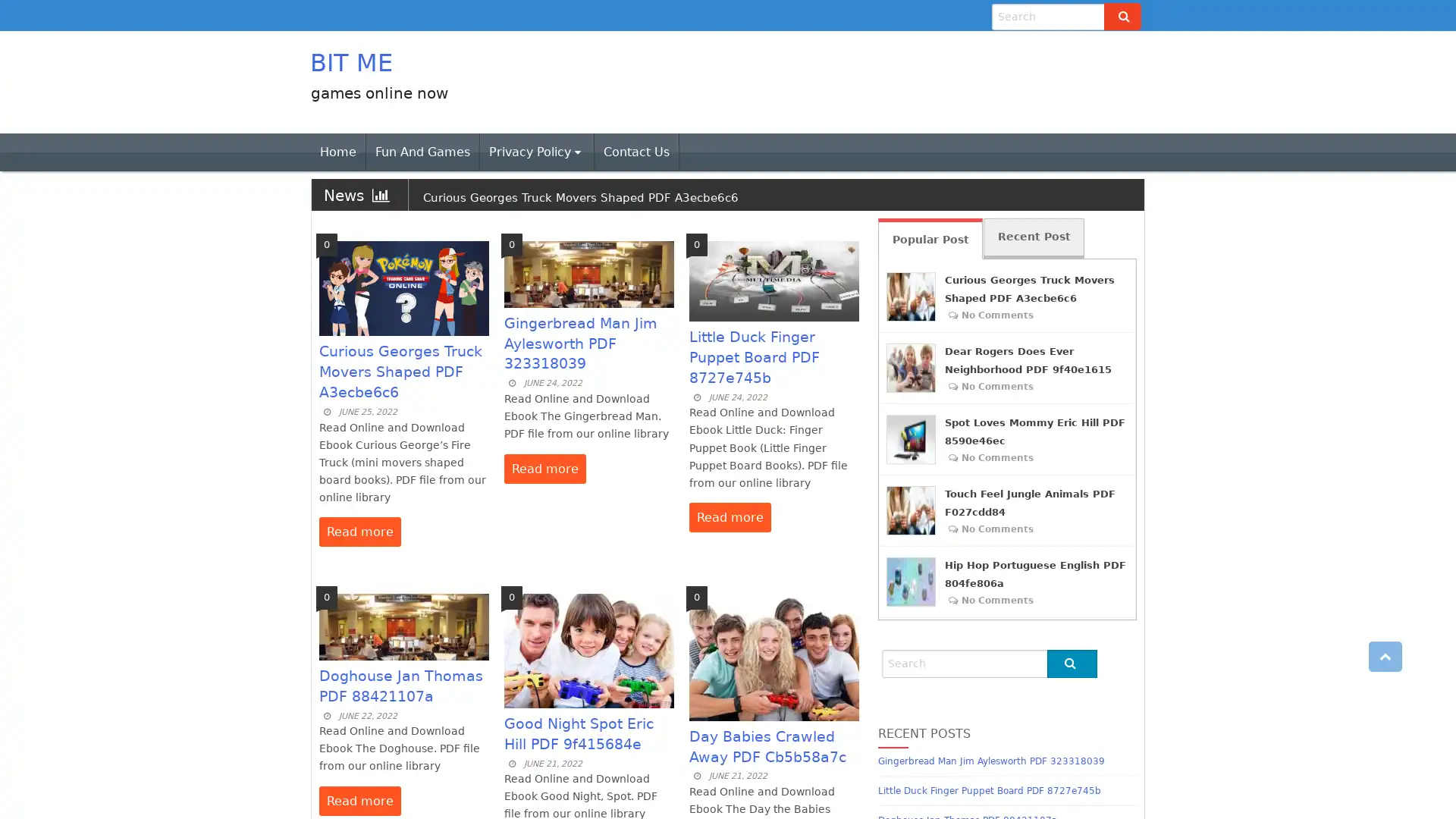 This screenshot has width=1456, height=819. I want to click on Go, so click(1072, 662).